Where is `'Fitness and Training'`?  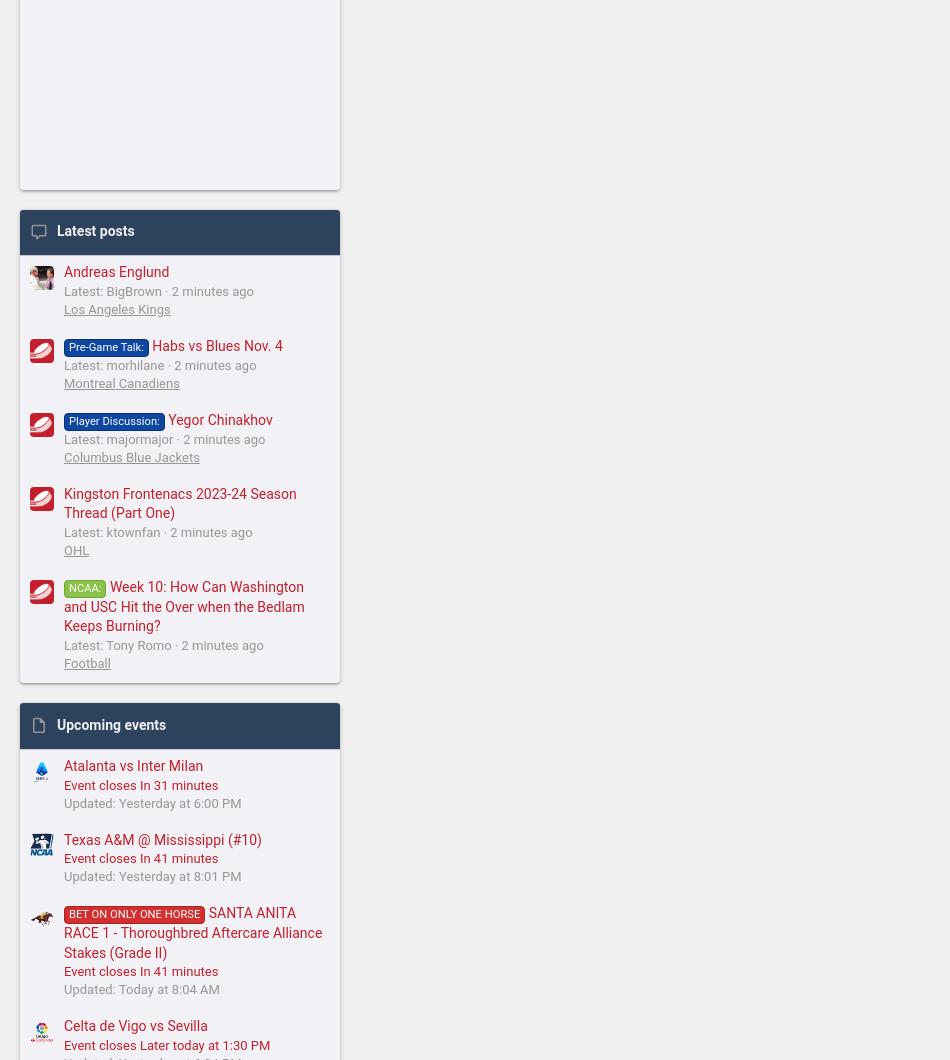 'Fitness and Training' is located at coordinates (148, 371).